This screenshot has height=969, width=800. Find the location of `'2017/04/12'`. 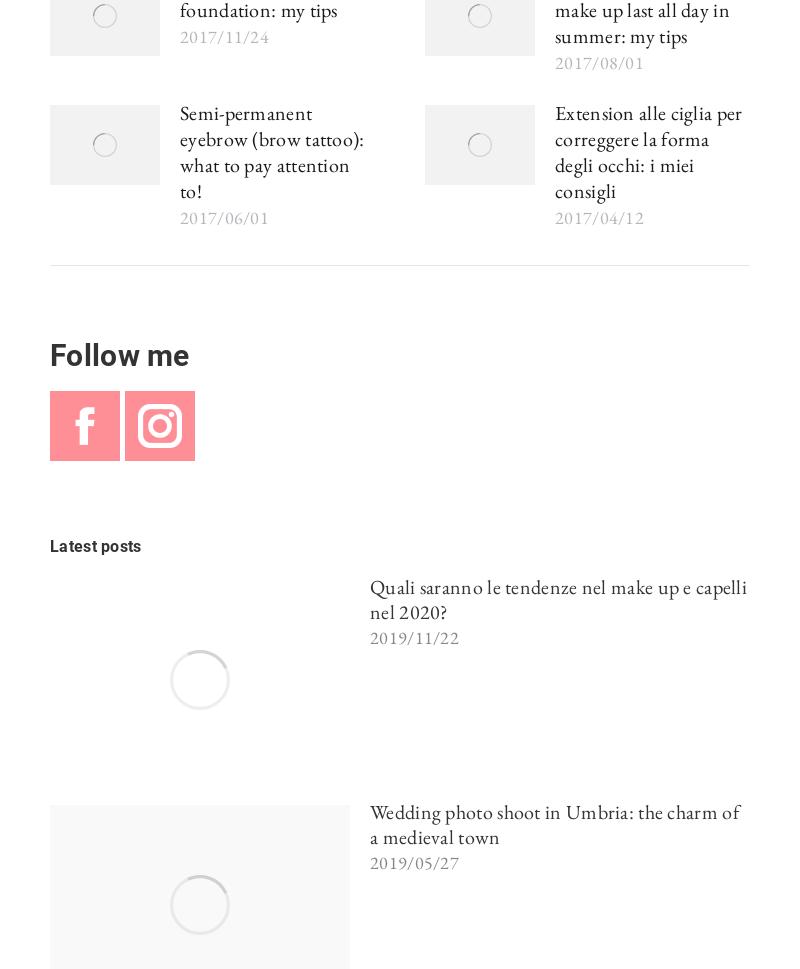

'2017/04/12' is located at coordinates (554, 217).